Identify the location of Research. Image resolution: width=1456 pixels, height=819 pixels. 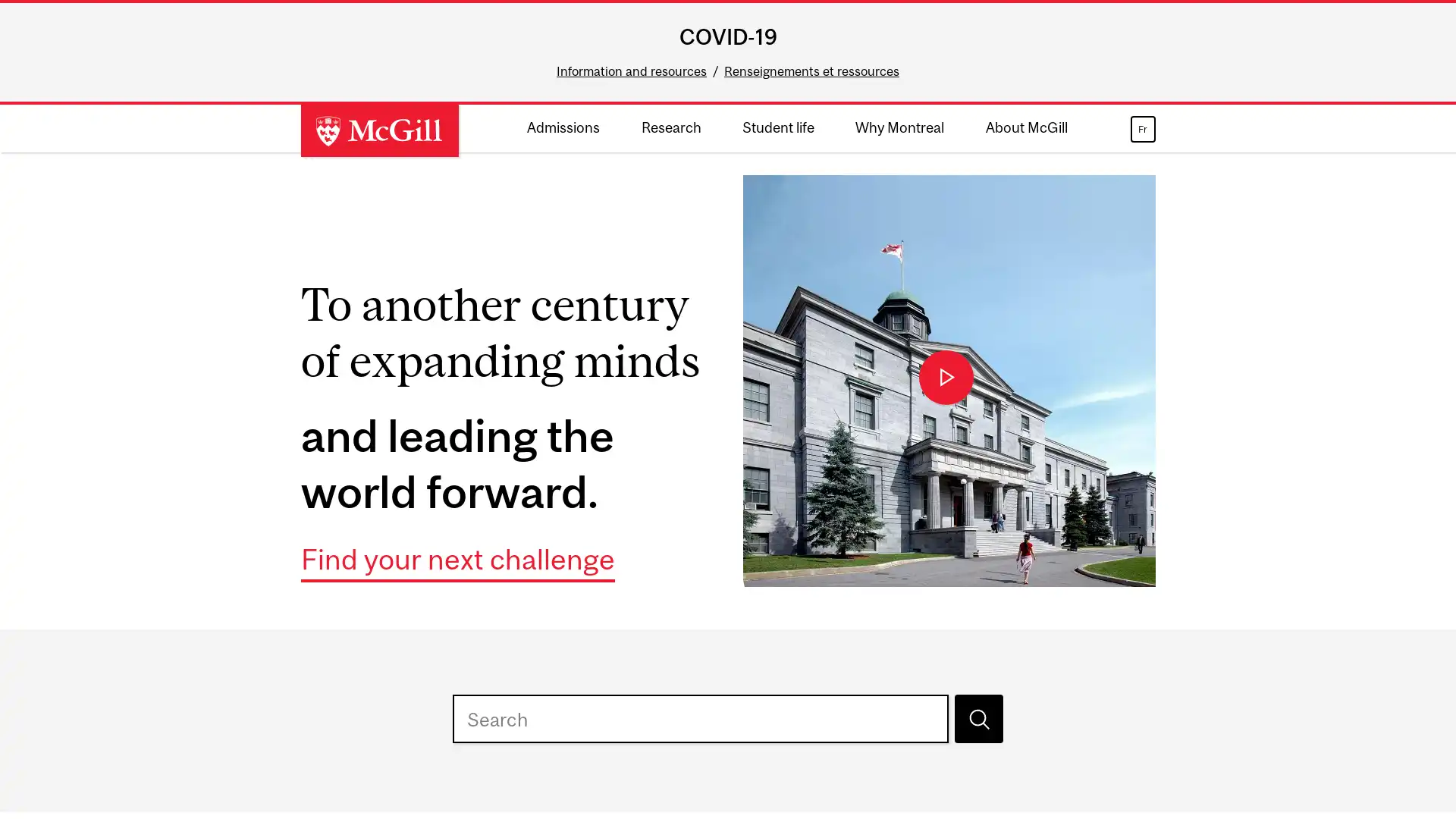
(670, 127).